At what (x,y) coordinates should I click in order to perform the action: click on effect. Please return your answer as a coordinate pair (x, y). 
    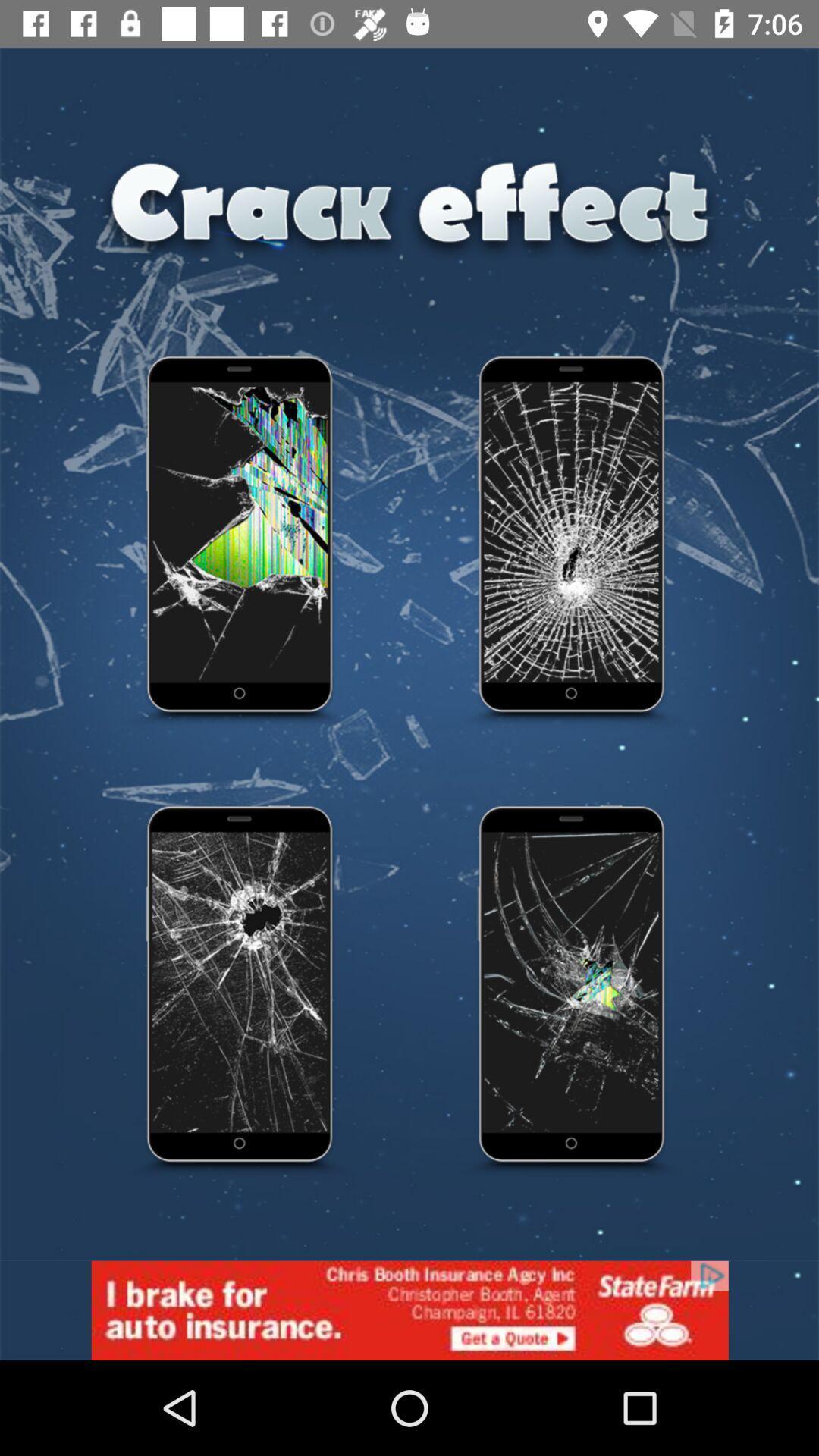
    Looking at the image, I should click on (240, 542).